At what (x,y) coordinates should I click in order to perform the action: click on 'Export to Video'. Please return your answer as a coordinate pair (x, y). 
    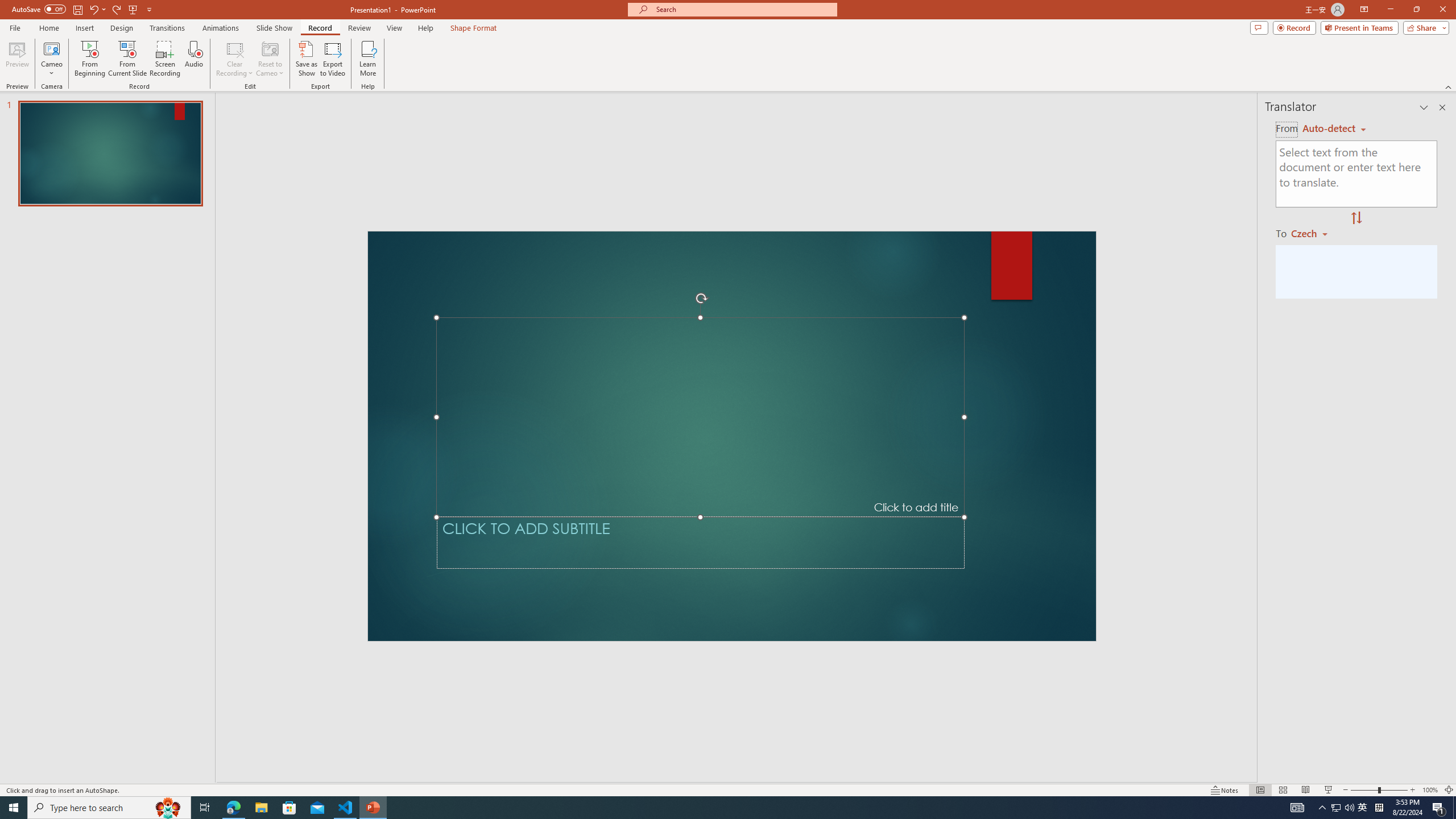
    Looking at the image, I should click on (332, 59).